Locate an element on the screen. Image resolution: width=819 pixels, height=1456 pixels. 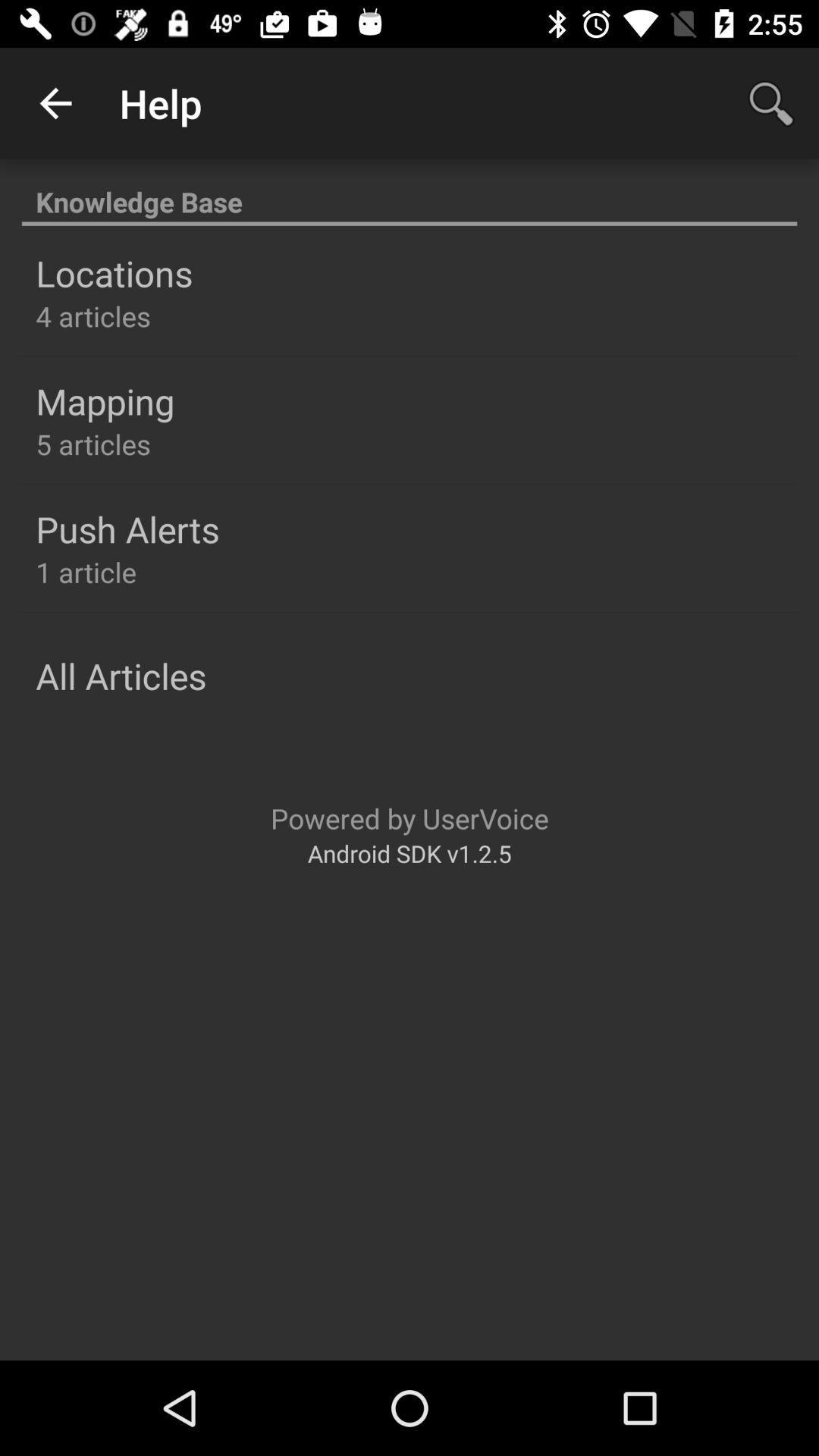
locations icon is located at coordinates (113, 273).